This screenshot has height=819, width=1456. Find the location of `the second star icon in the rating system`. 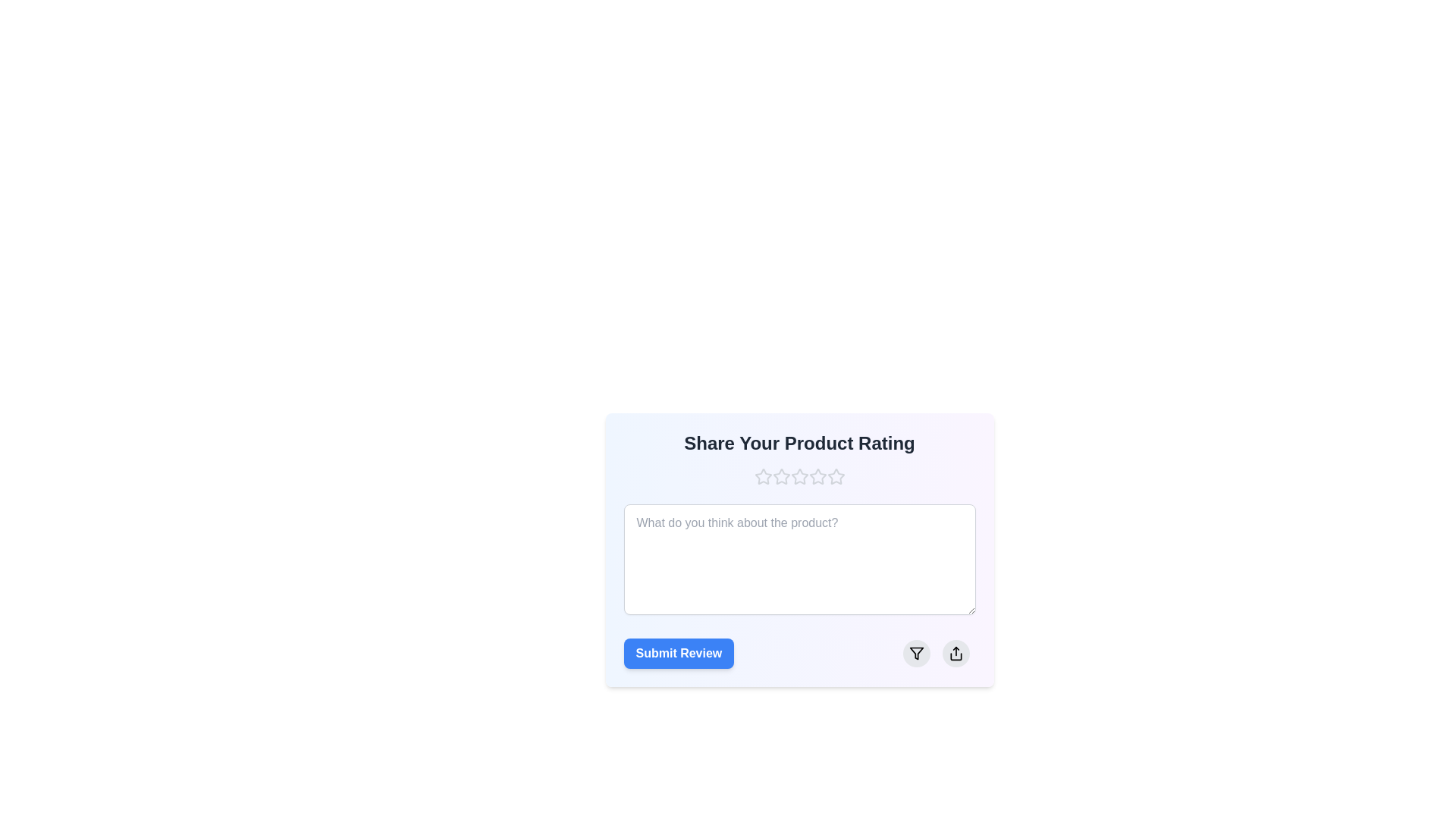

the second star icon in the rating system is located at coordinates (781, 475).